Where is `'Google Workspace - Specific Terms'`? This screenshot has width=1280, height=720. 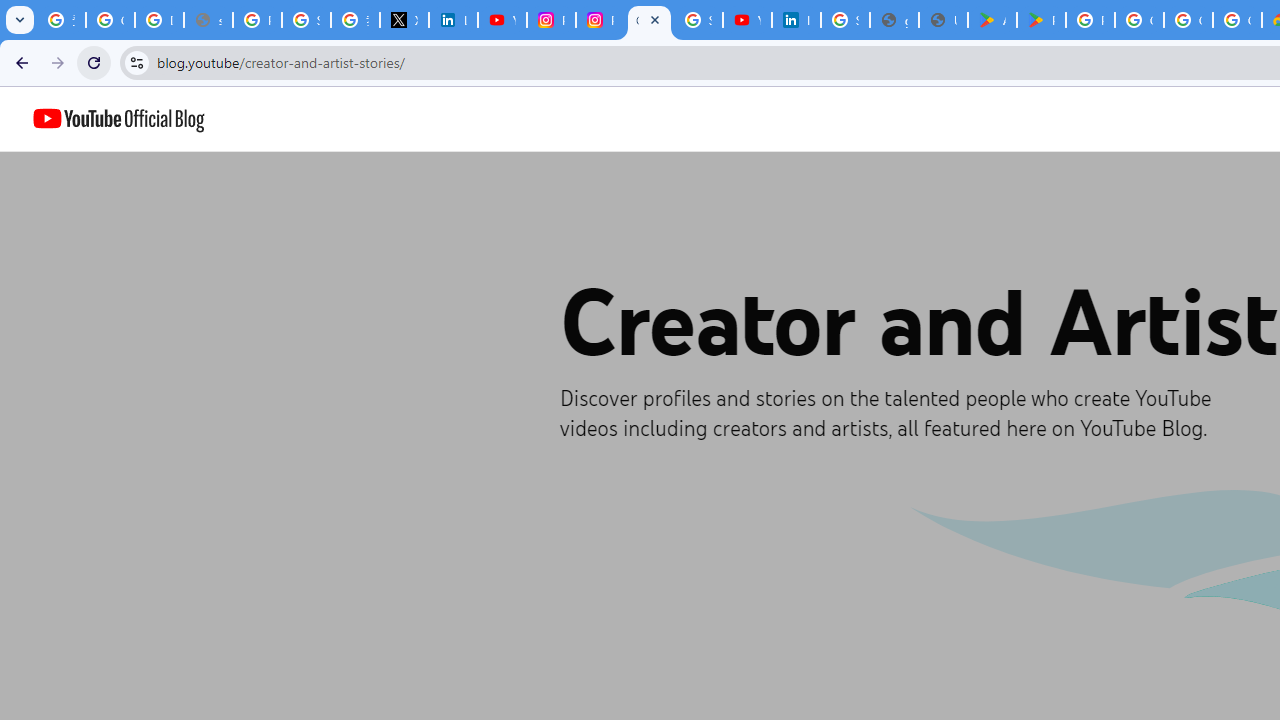
'Google Workspace - Specific Terms' is located at coordinates (1236, 20).